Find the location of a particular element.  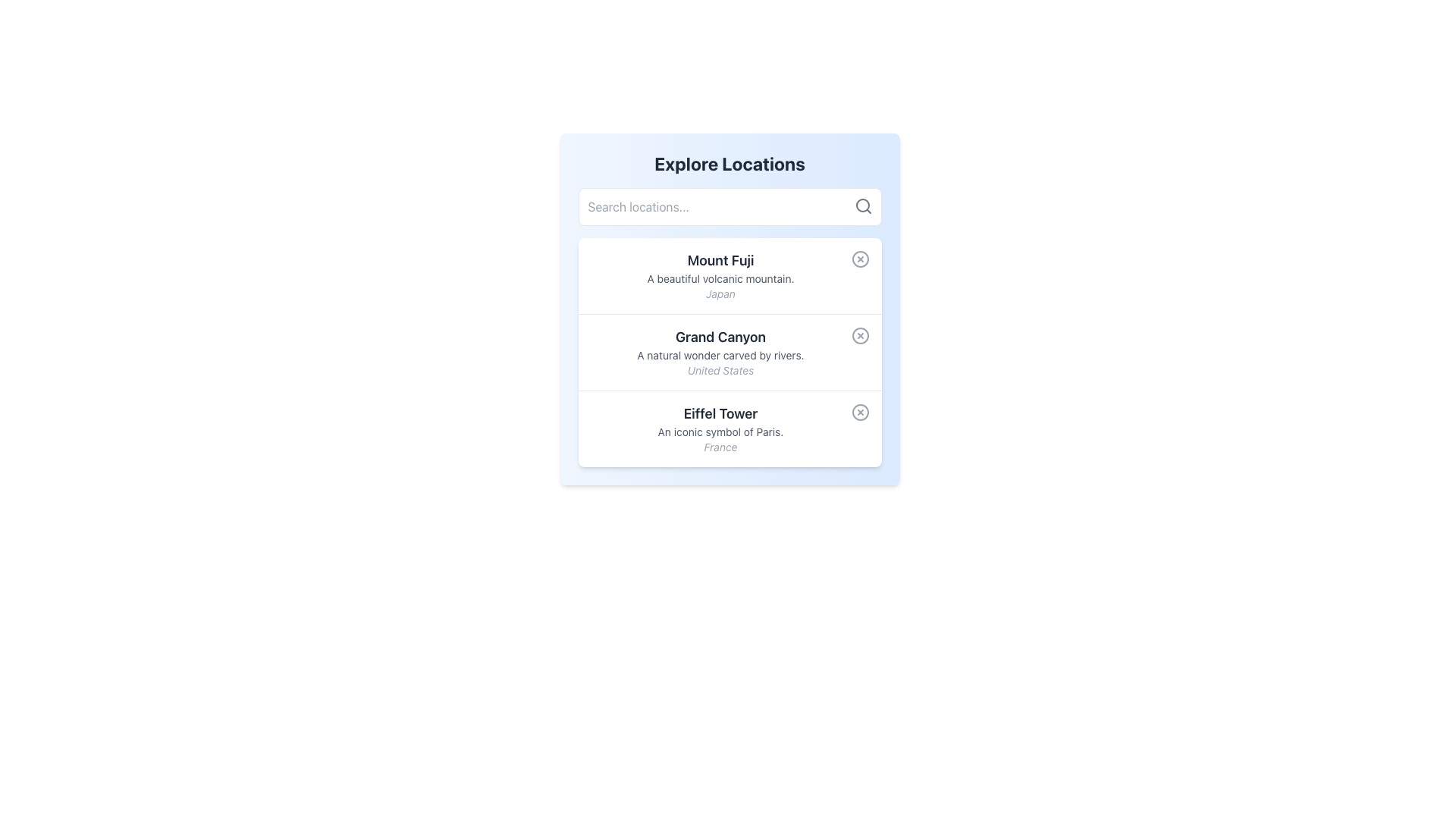

the circular 'Close' button located next to the 'Mount Fuji' item in the list is located at coordinates (860, 259).